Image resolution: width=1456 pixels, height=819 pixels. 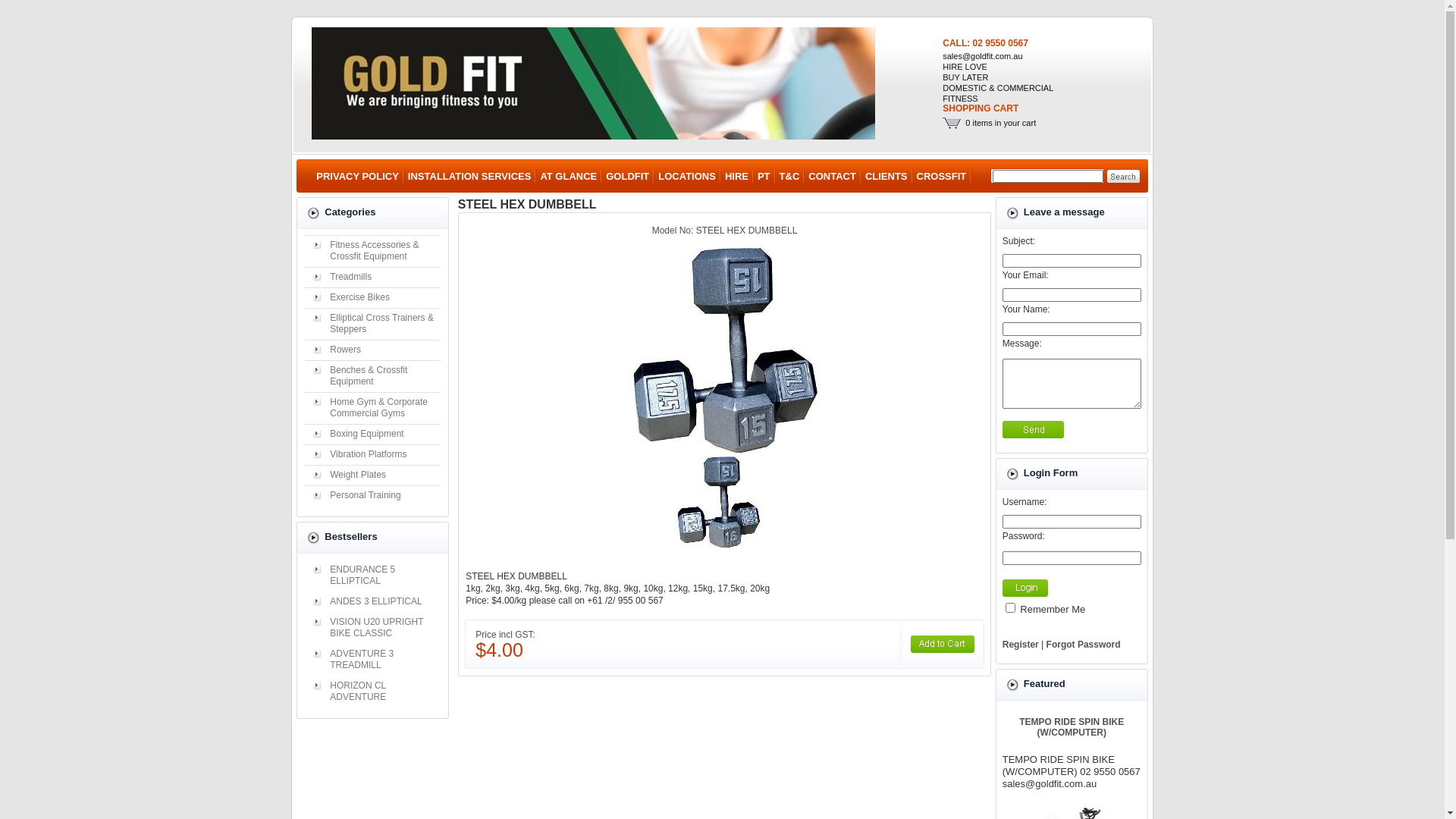 I want to click on 'CONTACT', so click(x=831, y=174).